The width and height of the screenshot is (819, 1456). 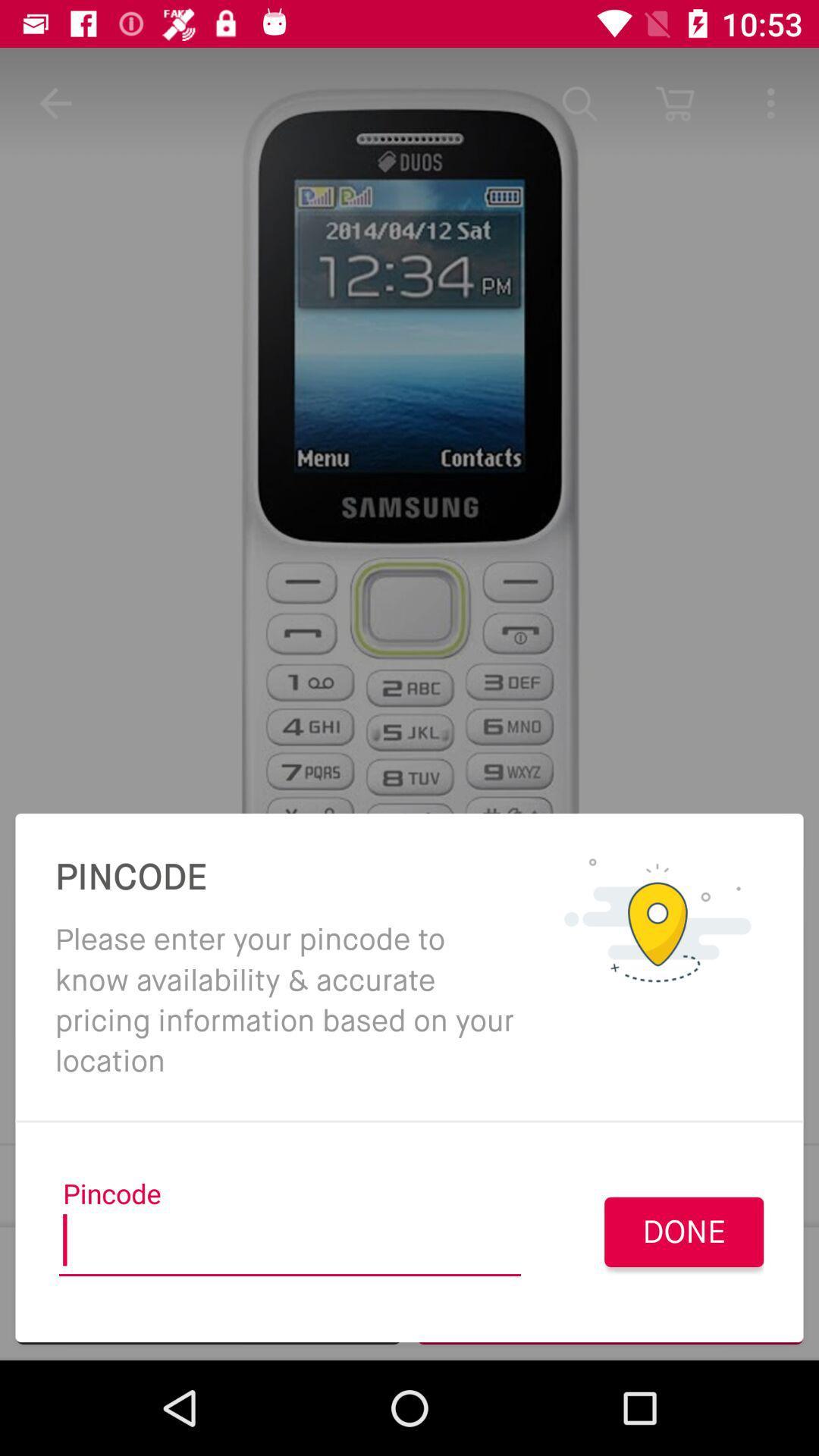 What do you see at coordinates (290, 1245) in the screenshot?
I see `pincode enter` at bounding box center [290, 1245].